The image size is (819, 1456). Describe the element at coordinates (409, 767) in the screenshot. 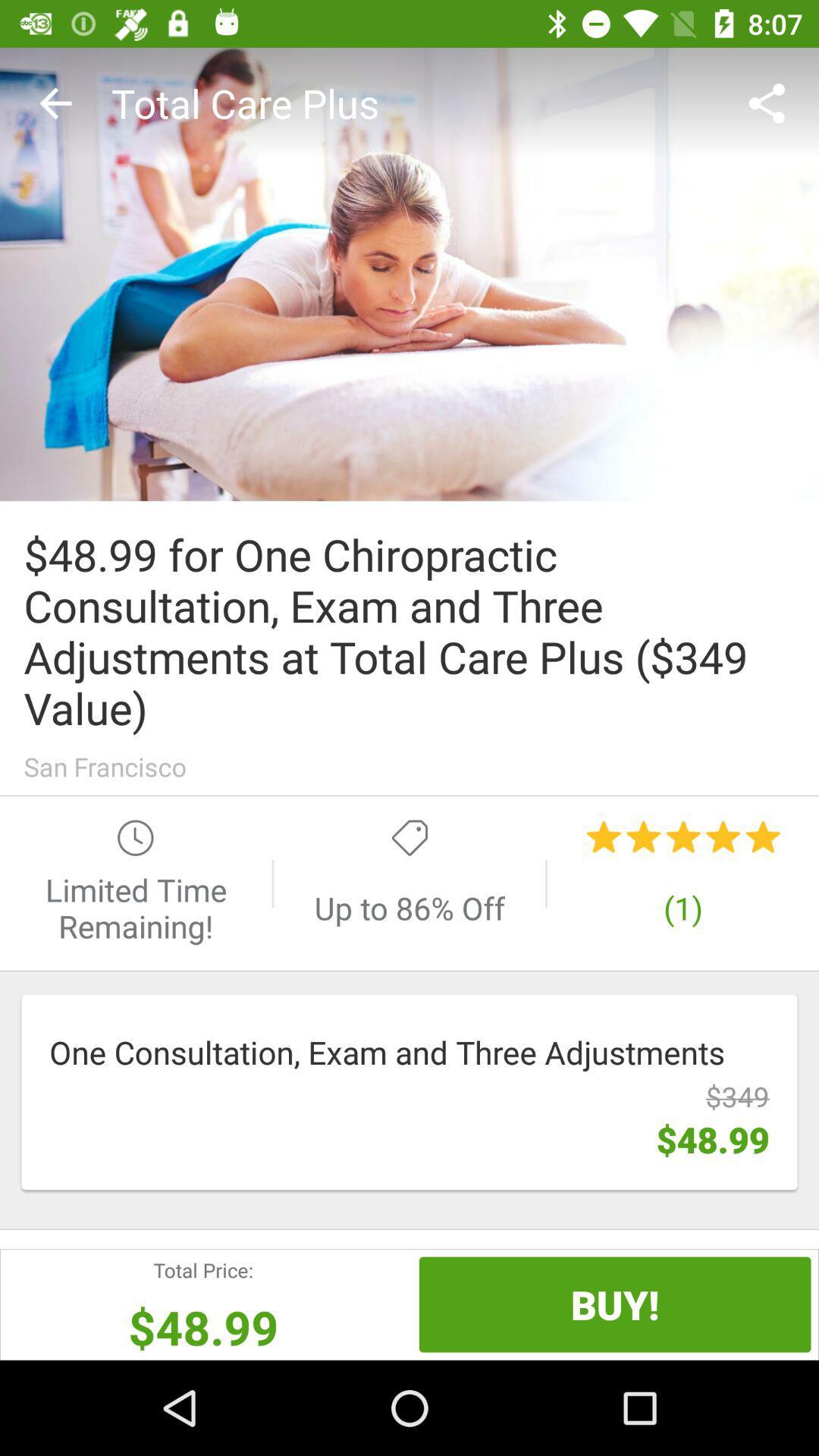

I see `san francisco item` at that location.